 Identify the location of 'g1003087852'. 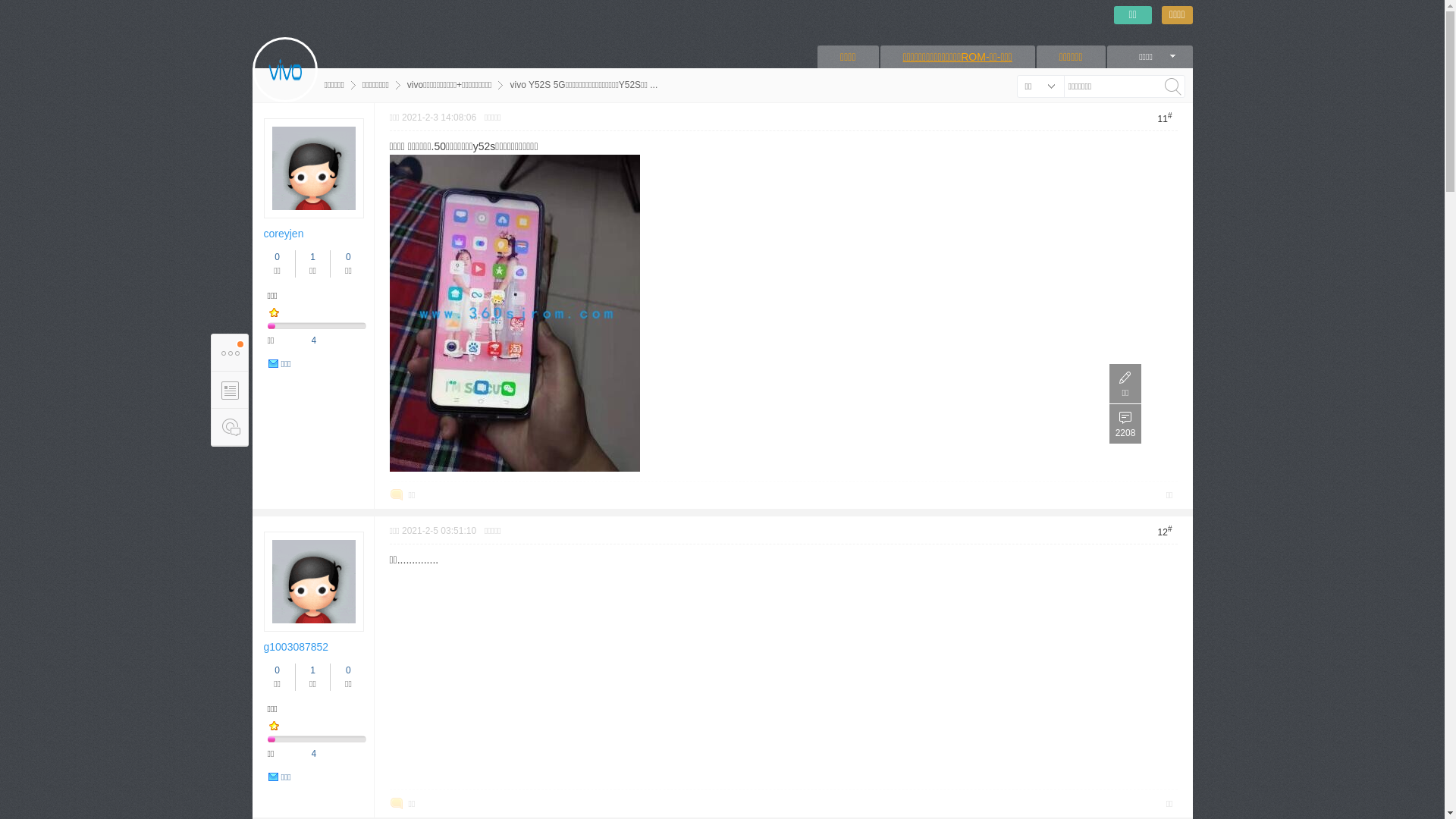
(296, 646).